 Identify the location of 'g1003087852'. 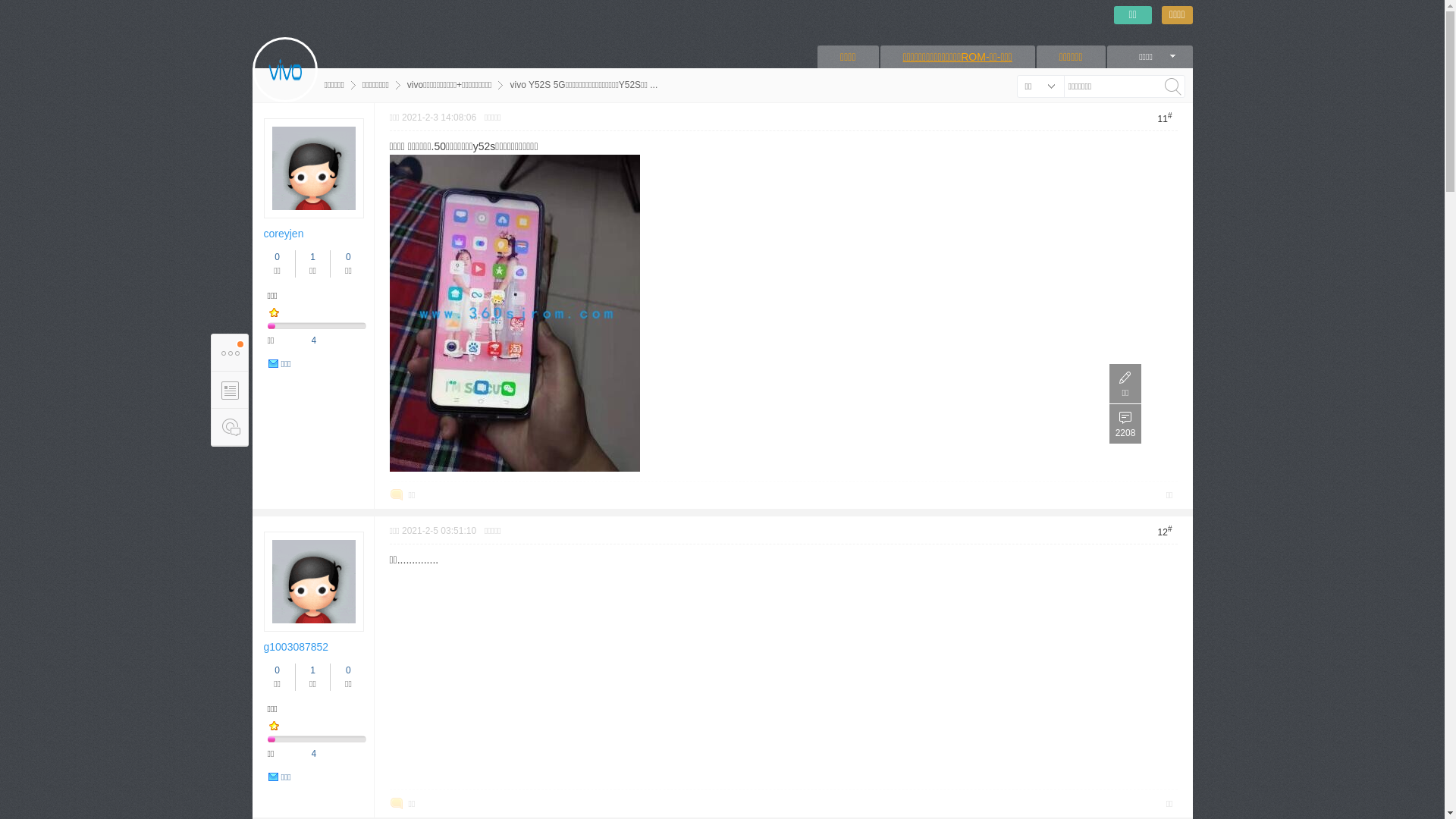
(296, 646).